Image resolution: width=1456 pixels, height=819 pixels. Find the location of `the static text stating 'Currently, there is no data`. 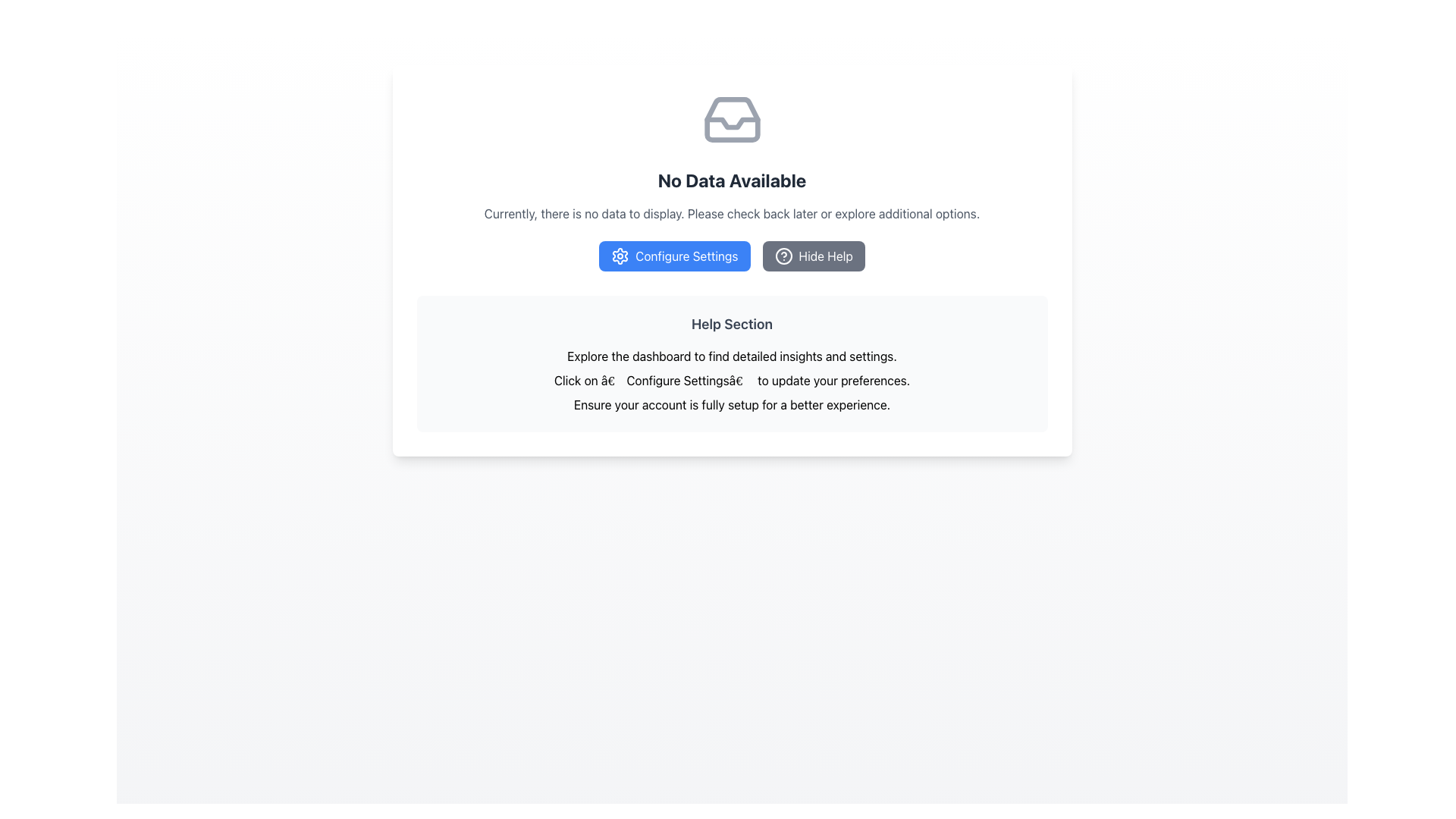

the static text stating 'Currently, there is no data is located at coordinates (732, 213).